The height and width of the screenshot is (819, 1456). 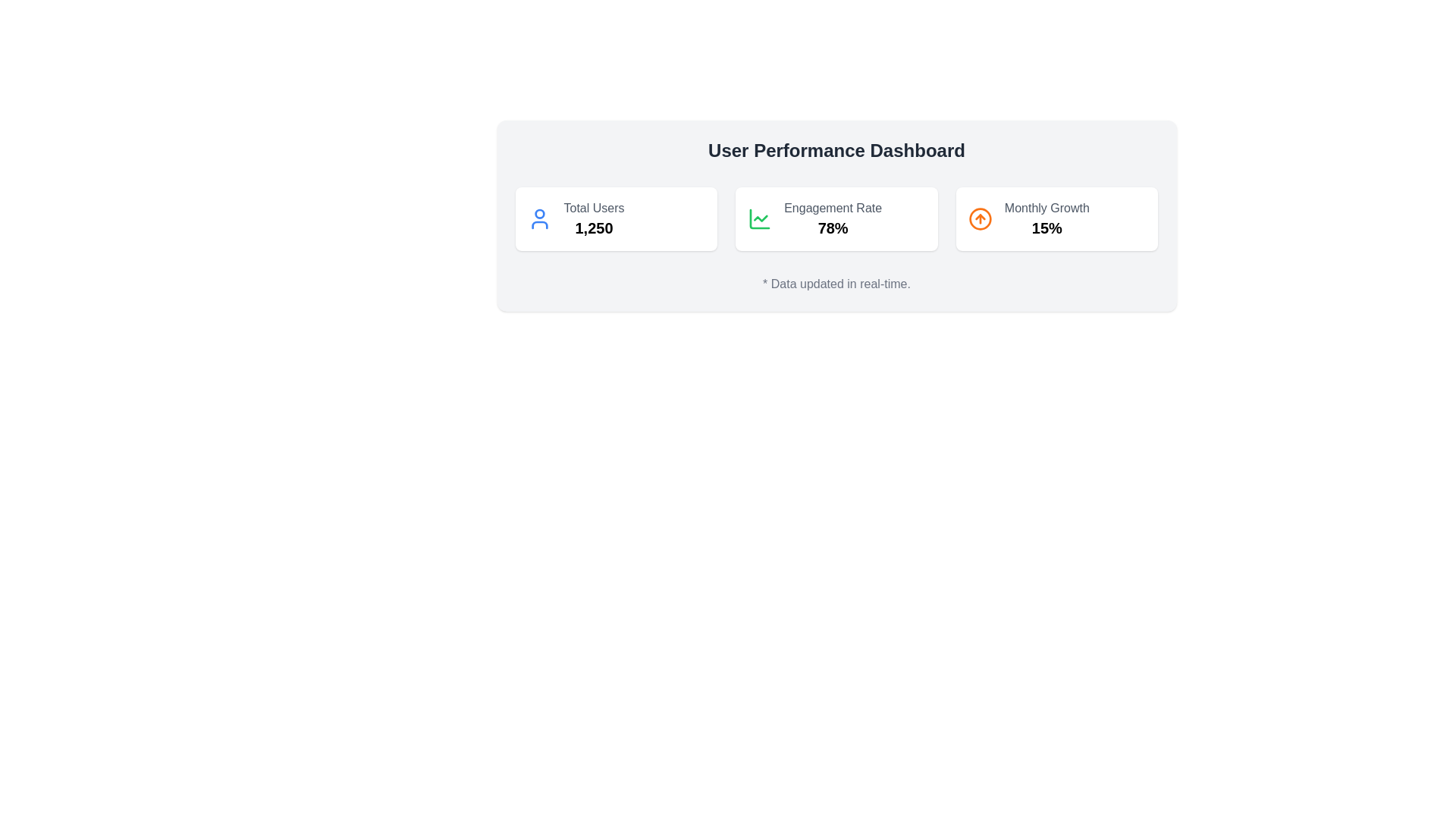 I want to click on growth percentage (15%) displayed in the textual data display located at the top-right of the dashboard card with an orange circular icon and upward arrow, so click(x=1046, y=219).